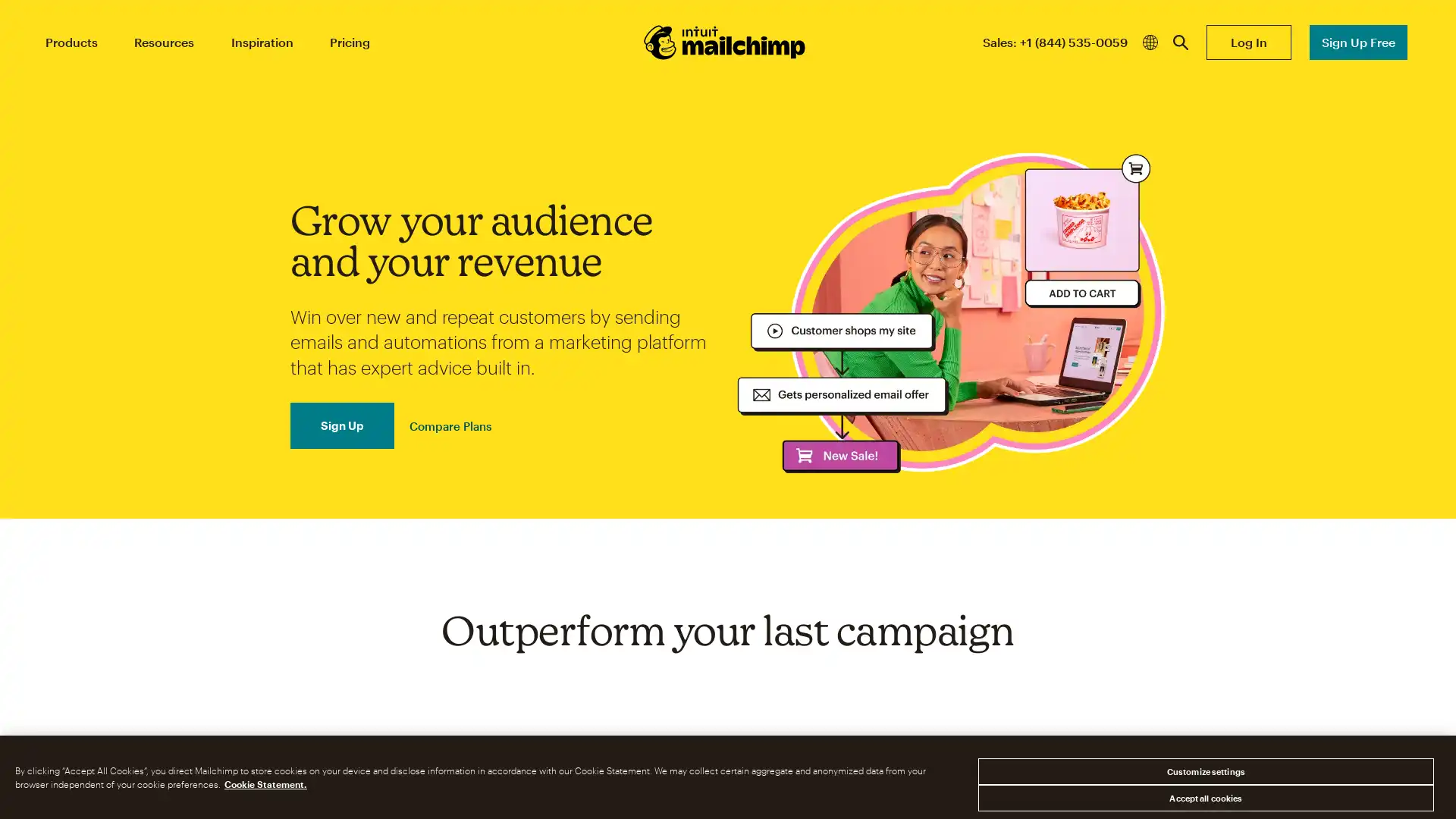 The image size is (1456, 819). What do you see at coordinates (1204, 797) in the screenshot?
I see `Accept all cookies` at bounding box center [1204, 797].